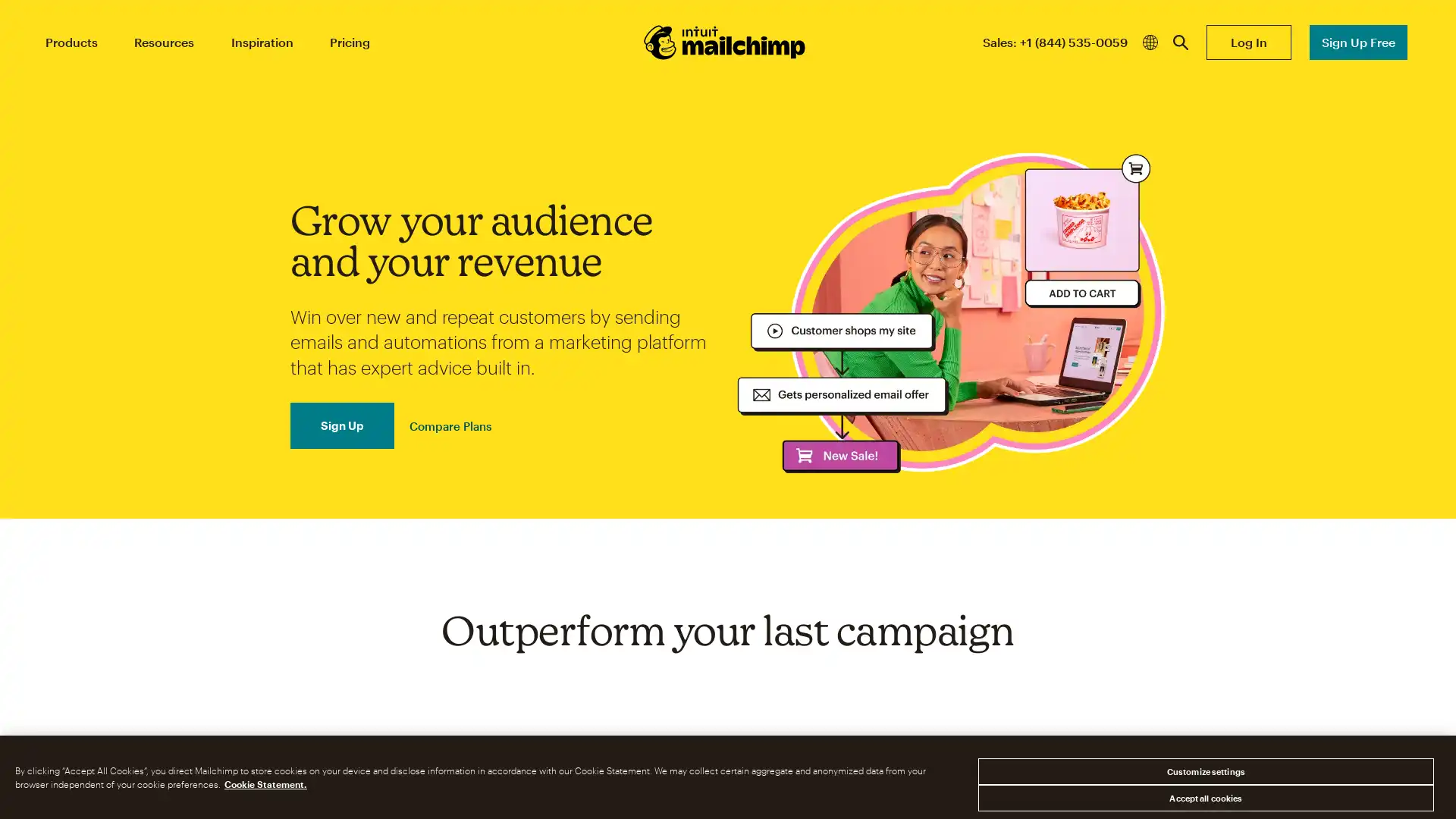 The image size is (1456, 819). What do you see at coordinates (1204, 797) in the screenshot?
I see `Accept all cookies` at bounding box center [1204, 797].